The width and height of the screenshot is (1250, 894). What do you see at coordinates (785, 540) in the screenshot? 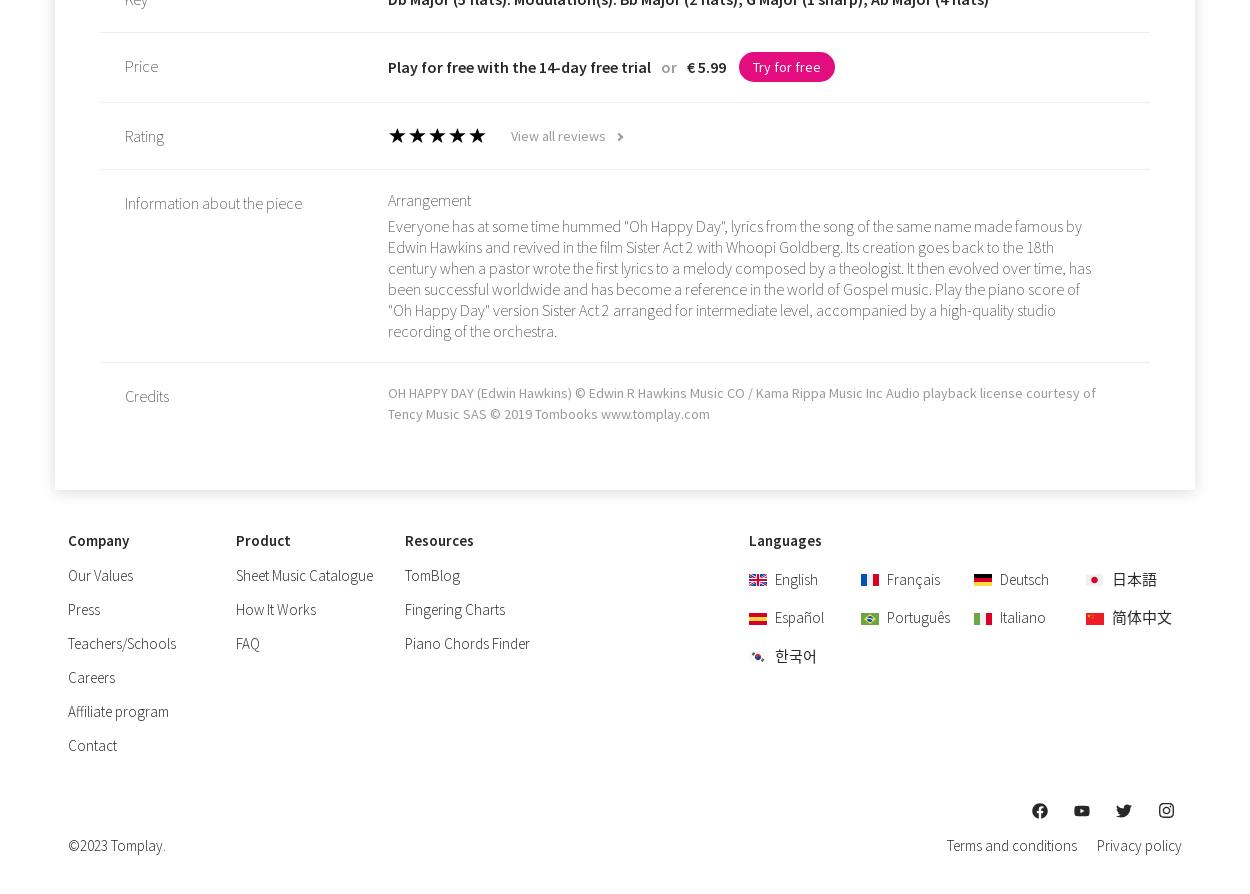
I see `'Languages'` at bounding box center [785, 540].